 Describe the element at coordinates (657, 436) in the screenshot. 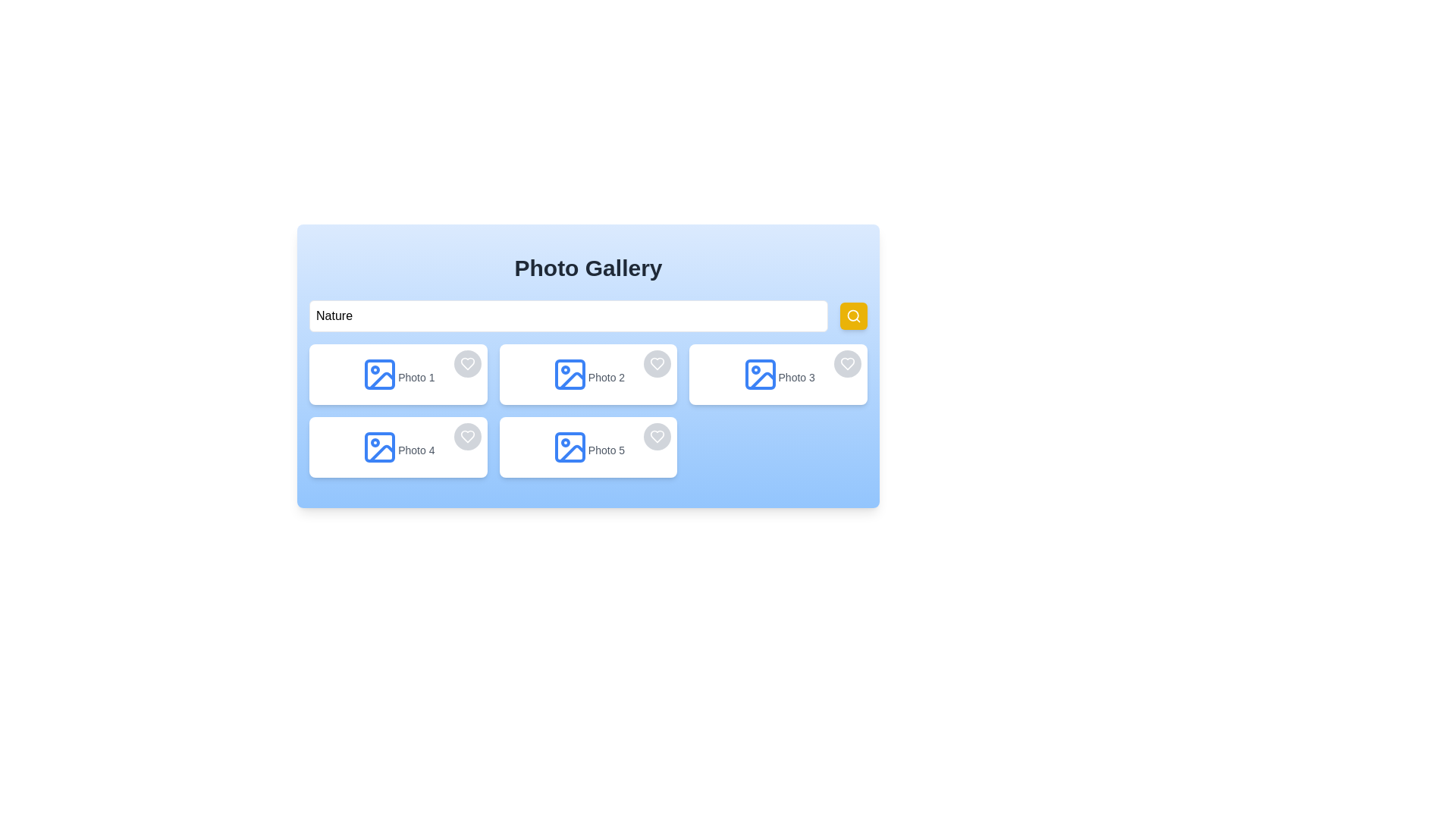

I see `the heart-shaped icon located at the bottom right corner of the image tile labeled 'Photo 5' to favorite the photo` at that location.